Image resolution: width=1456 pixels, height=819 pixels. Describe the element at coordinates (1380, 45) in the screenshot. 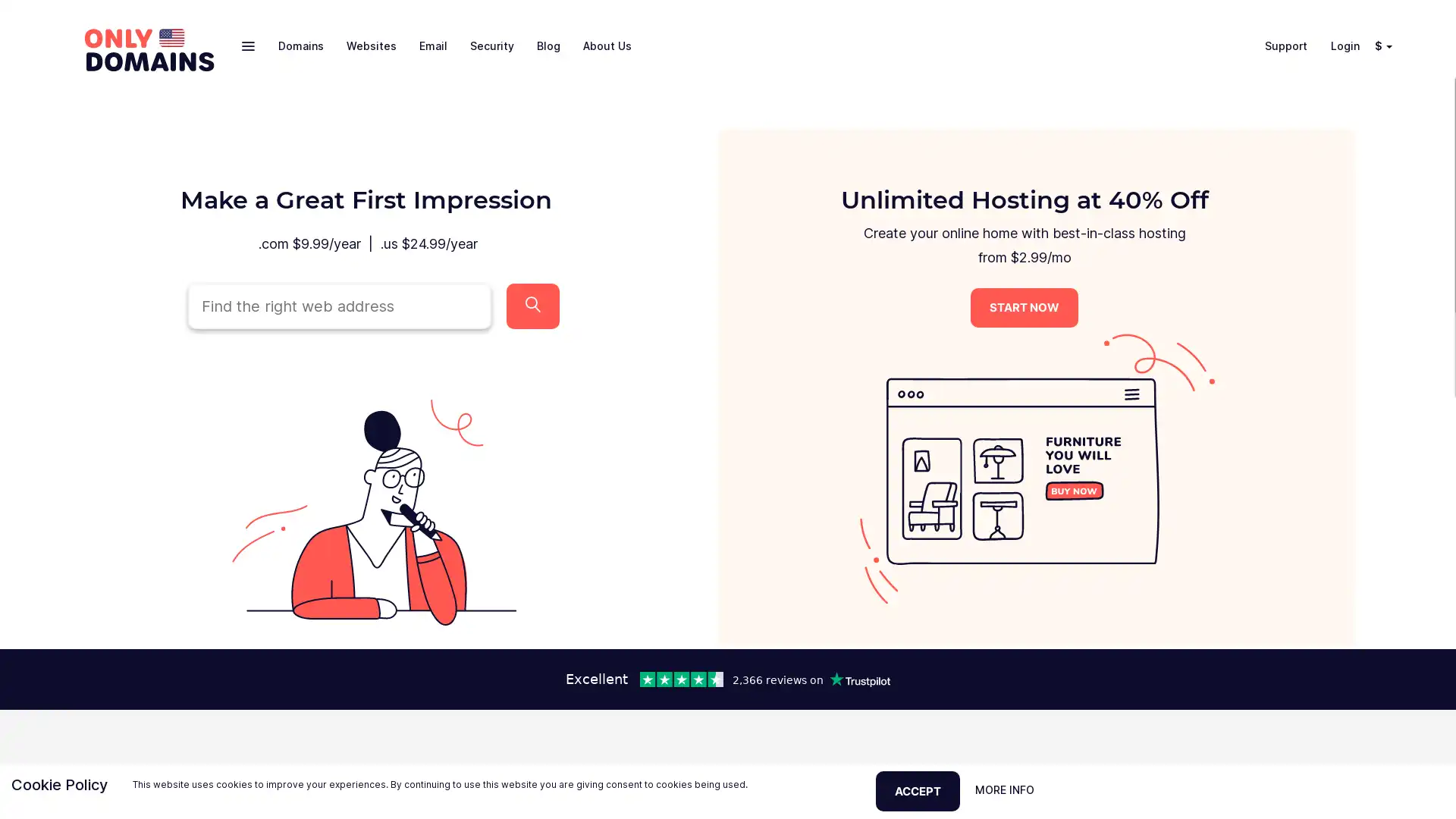

I see `$` at that location.